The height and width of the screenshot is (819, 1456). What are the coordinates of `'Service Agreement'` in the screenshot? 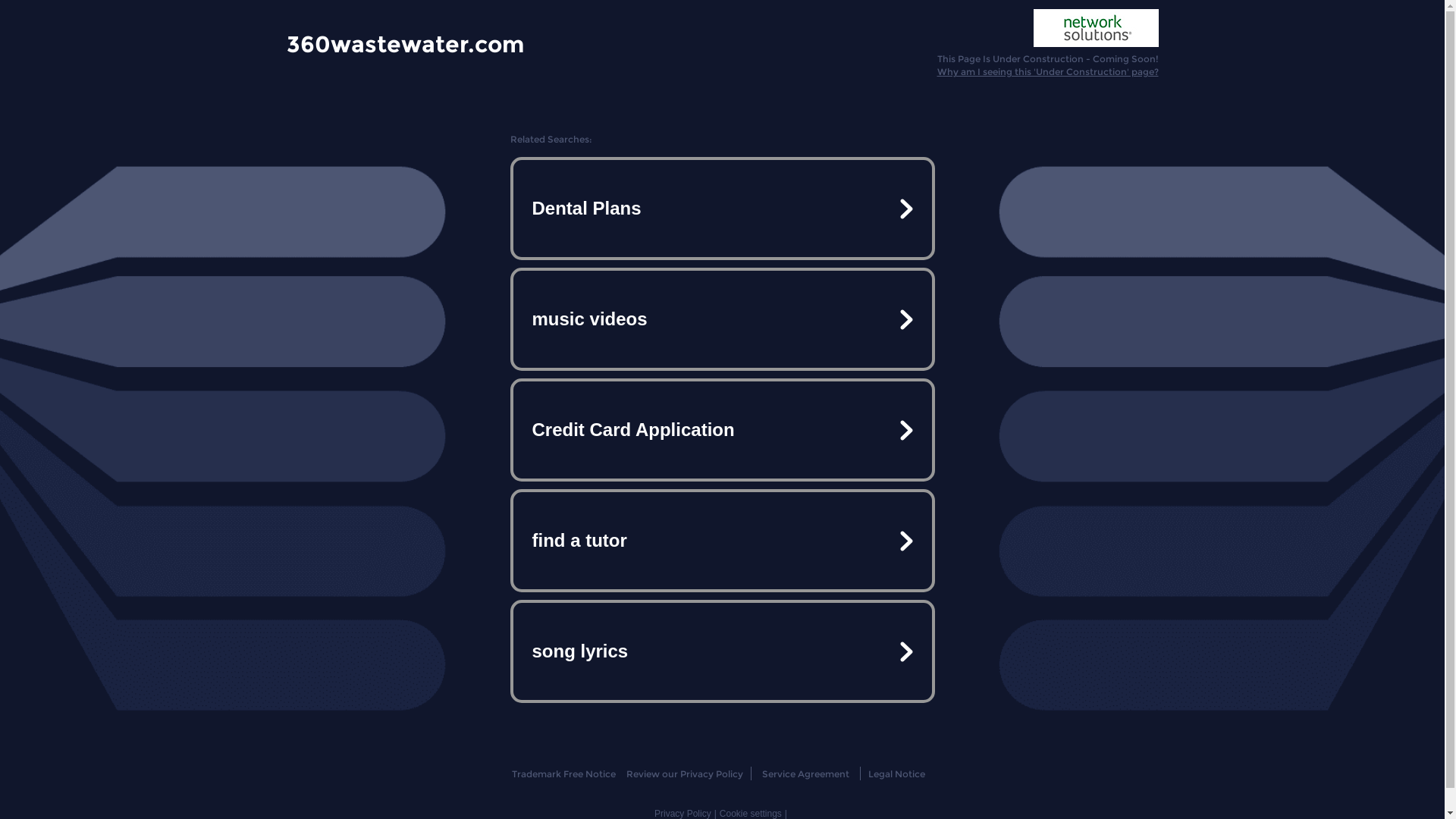 It's located at (805, 773).